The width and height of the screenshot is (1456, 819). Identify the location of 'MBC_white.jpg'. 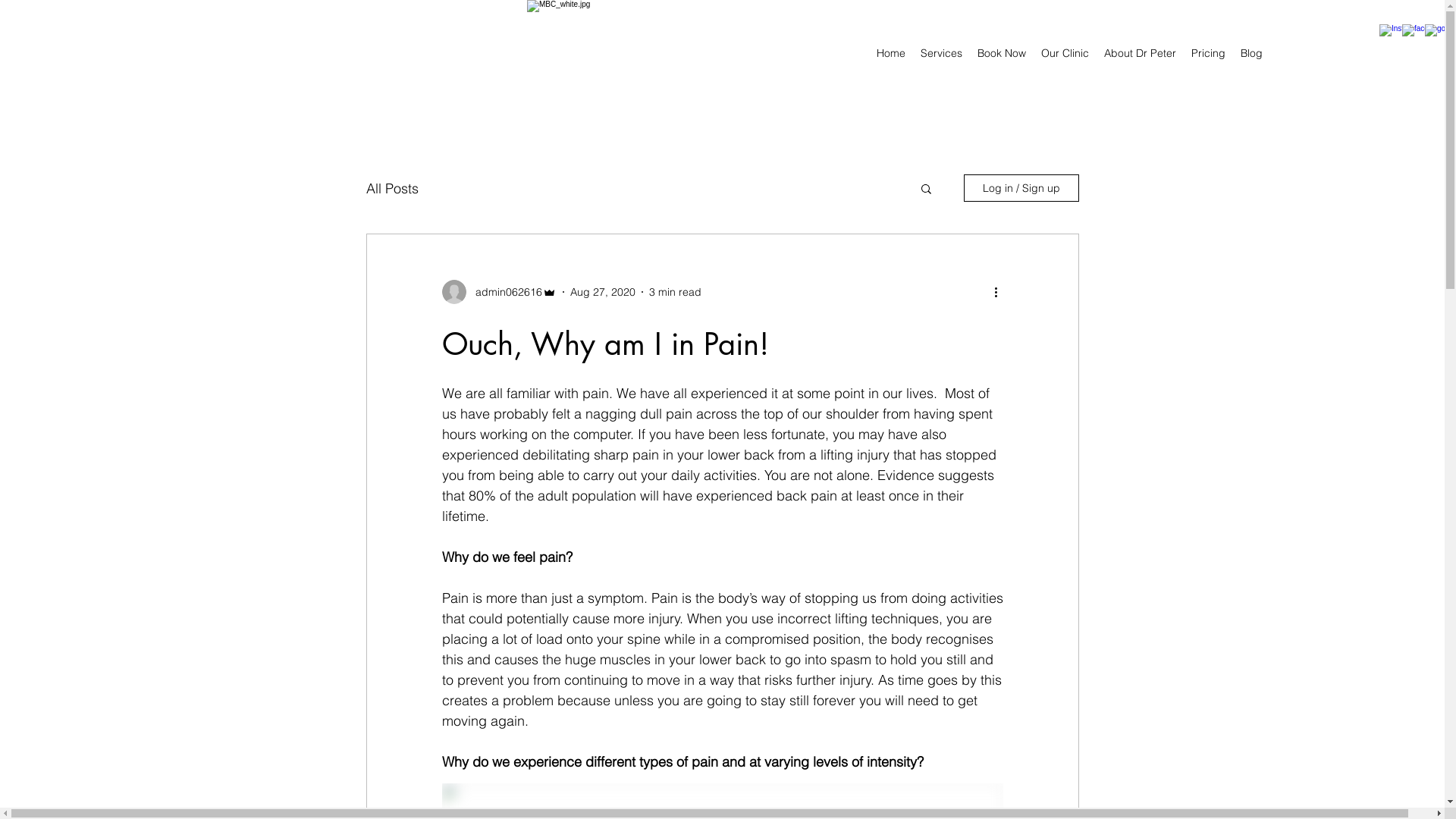
(527, 52).